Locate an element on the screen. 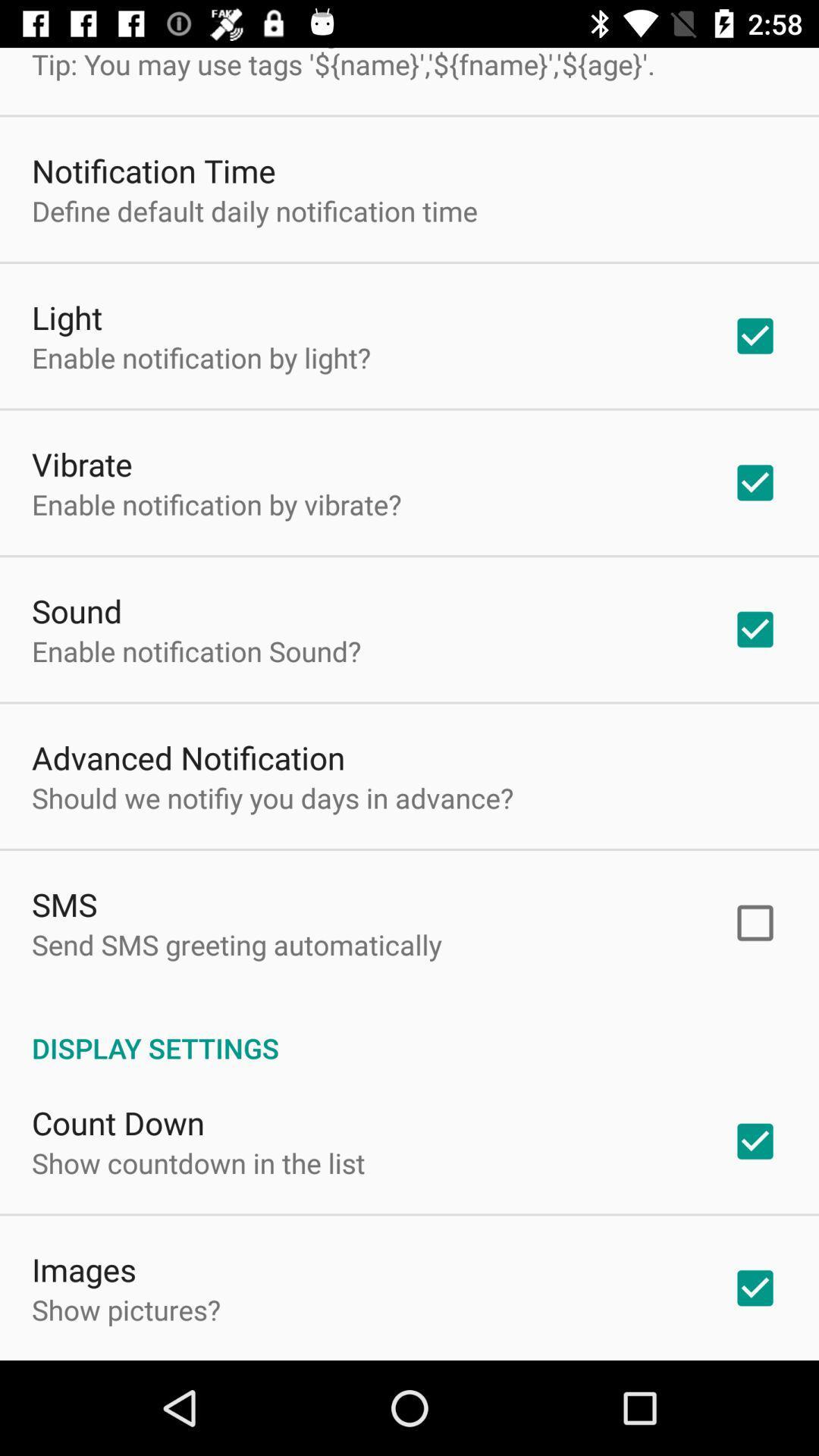 This screenshot has width=819, height=1456. icon above the show pictures? is located at coordinates (84, 1269).